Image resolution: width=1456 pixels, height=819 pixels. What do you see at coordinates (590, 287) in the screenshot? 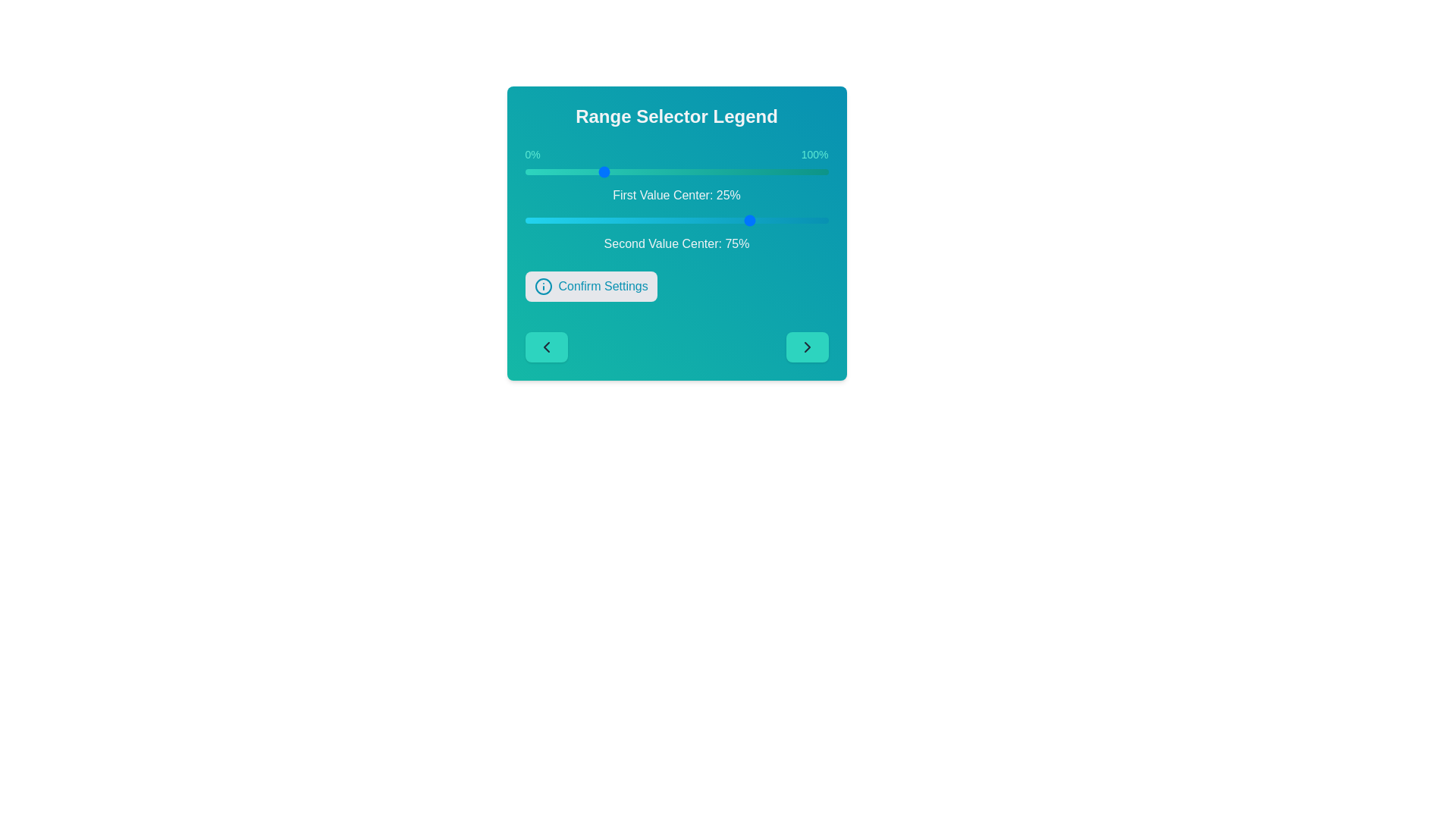
I see `the confirm button located at the bottom of the 'Range Selector Legend' card, positioned between the left and right navigation buttons, to confirm the current settings` at bounding box center [590, 287].